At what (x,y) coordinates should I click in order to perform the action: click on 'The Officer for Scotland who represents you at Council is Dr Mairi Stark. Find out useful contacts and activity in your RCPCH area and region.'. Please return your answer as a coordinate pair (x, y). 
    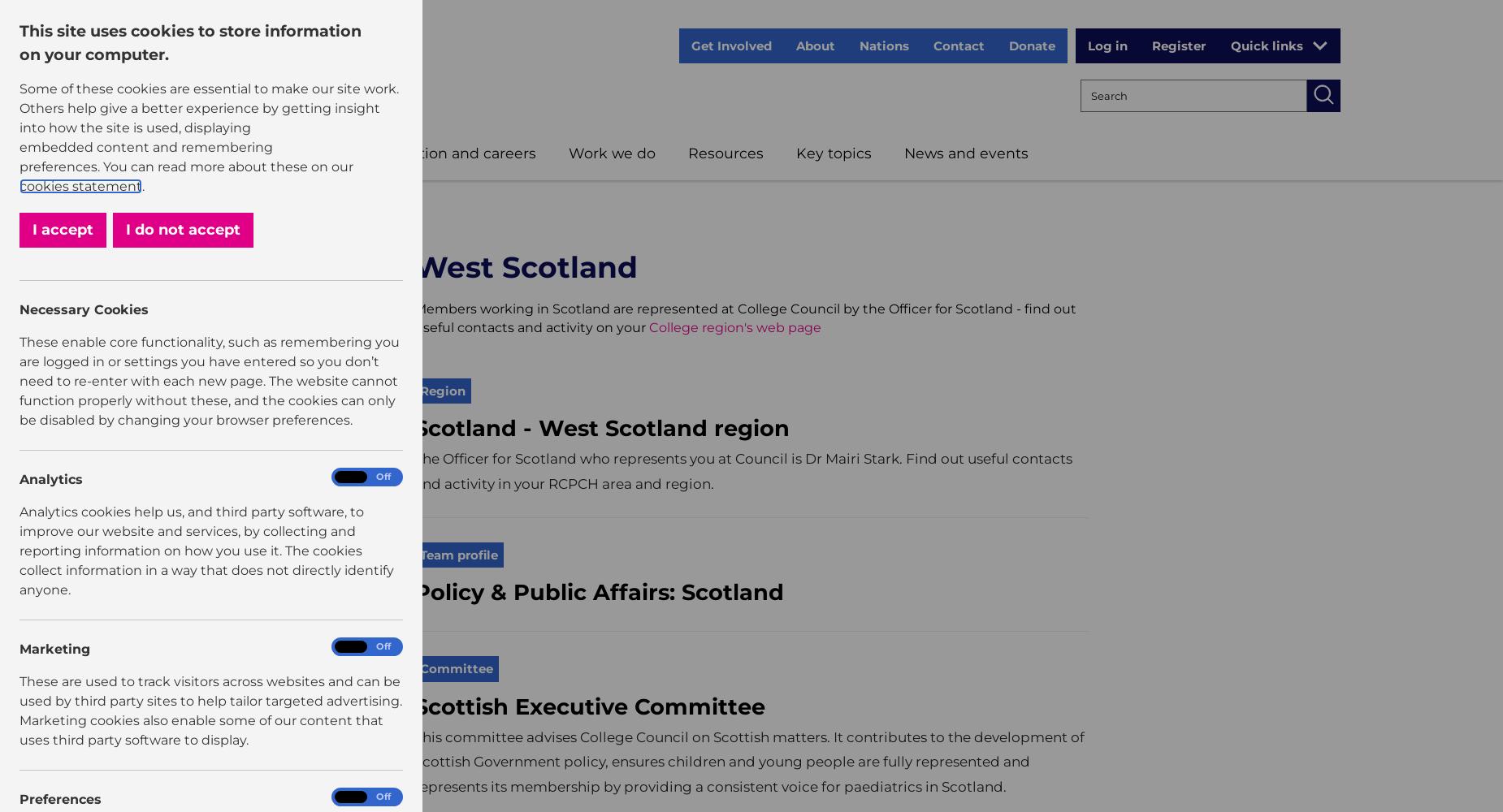
    Looking at the image, I should click on (414, 470).